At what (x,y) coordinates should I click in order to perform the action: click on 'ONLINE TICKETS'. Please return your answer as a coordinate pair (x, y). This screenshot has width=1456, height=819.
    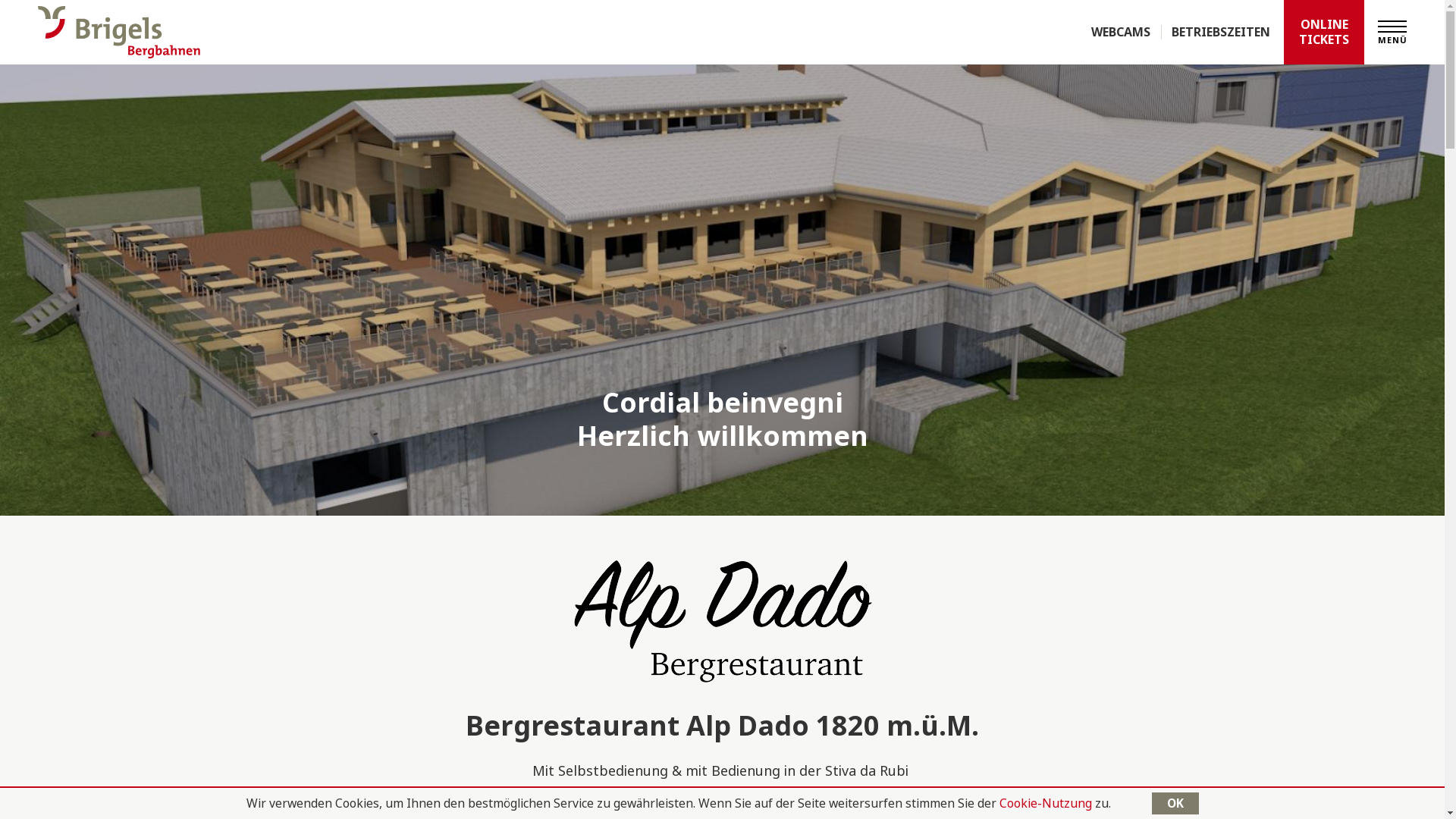
    Looking at the image, I should click on (1283, 32).